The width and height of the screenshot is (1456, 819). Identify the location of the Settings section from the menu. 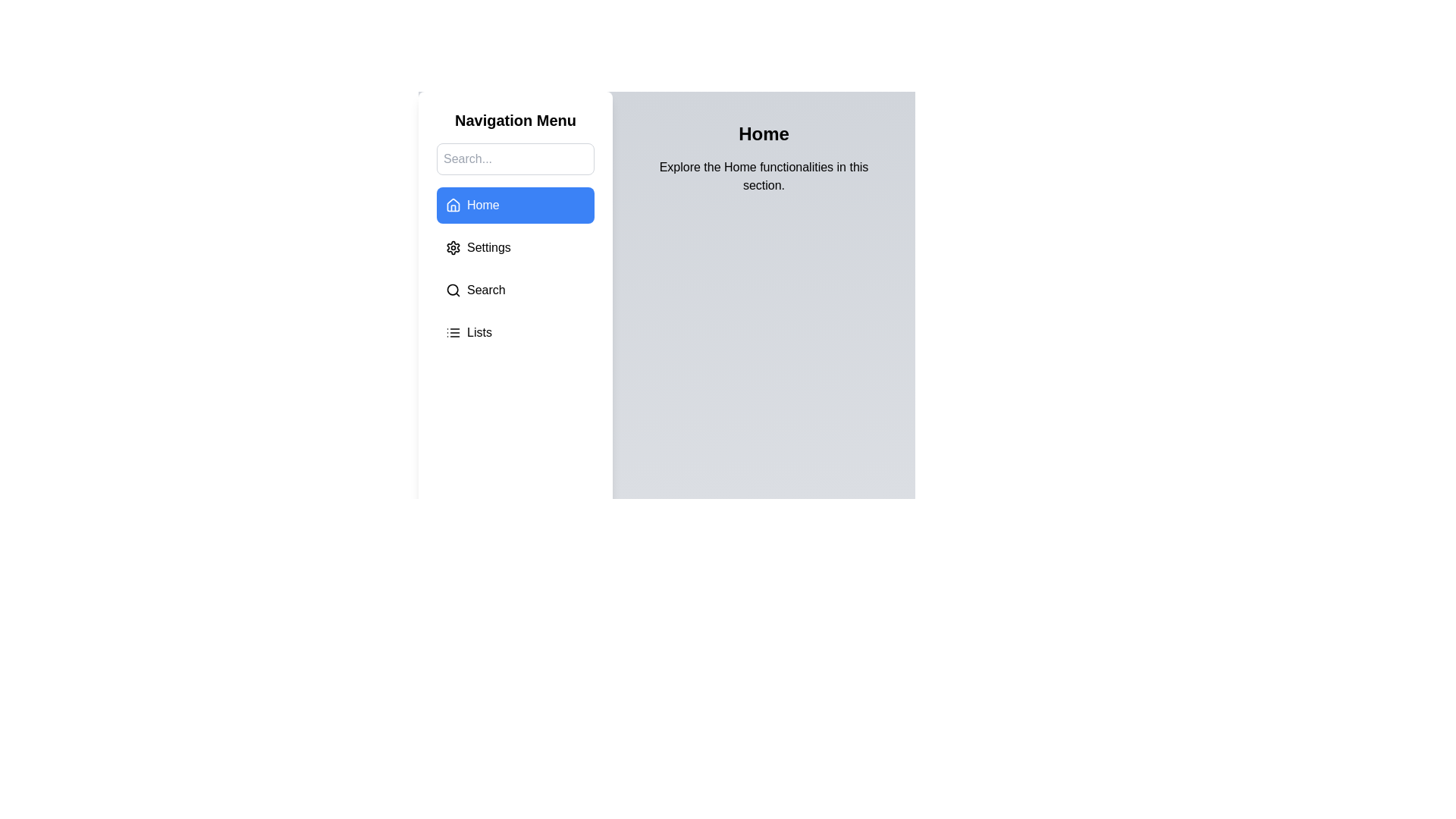
(516, 247).